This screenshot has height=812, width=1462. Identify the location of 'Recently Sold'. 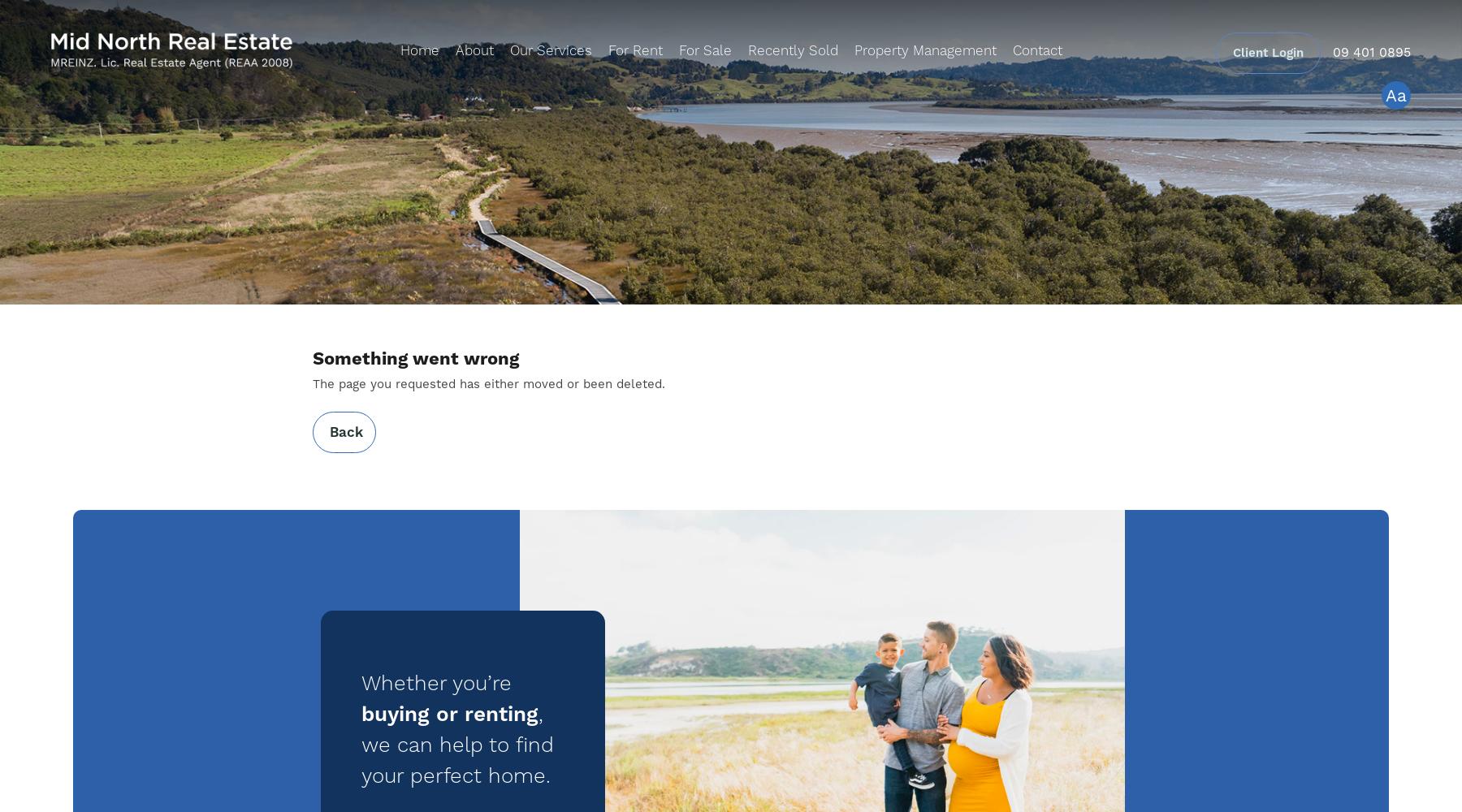
(791, 50).